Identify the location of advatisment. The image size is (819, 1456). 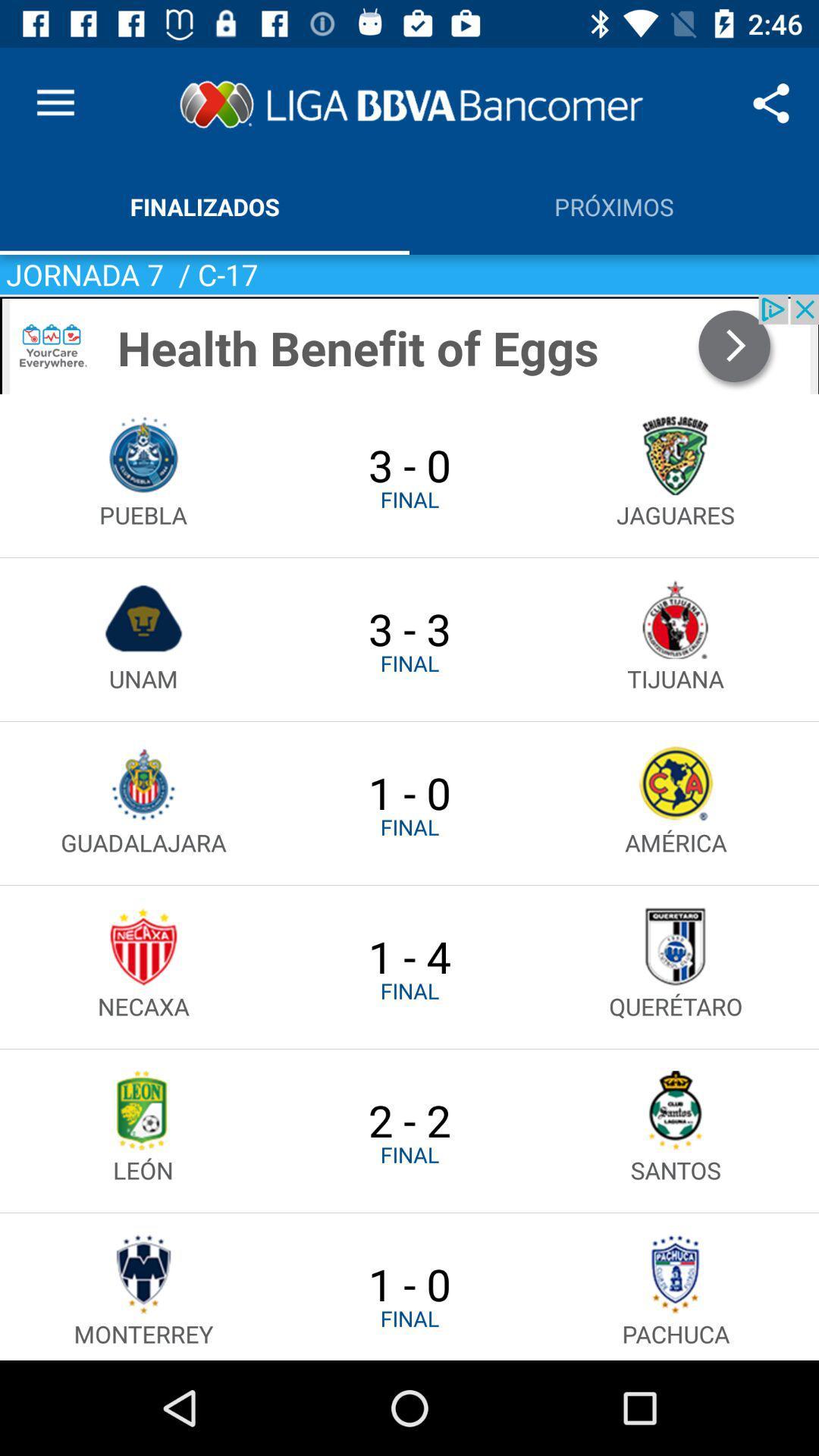
(409, 344).